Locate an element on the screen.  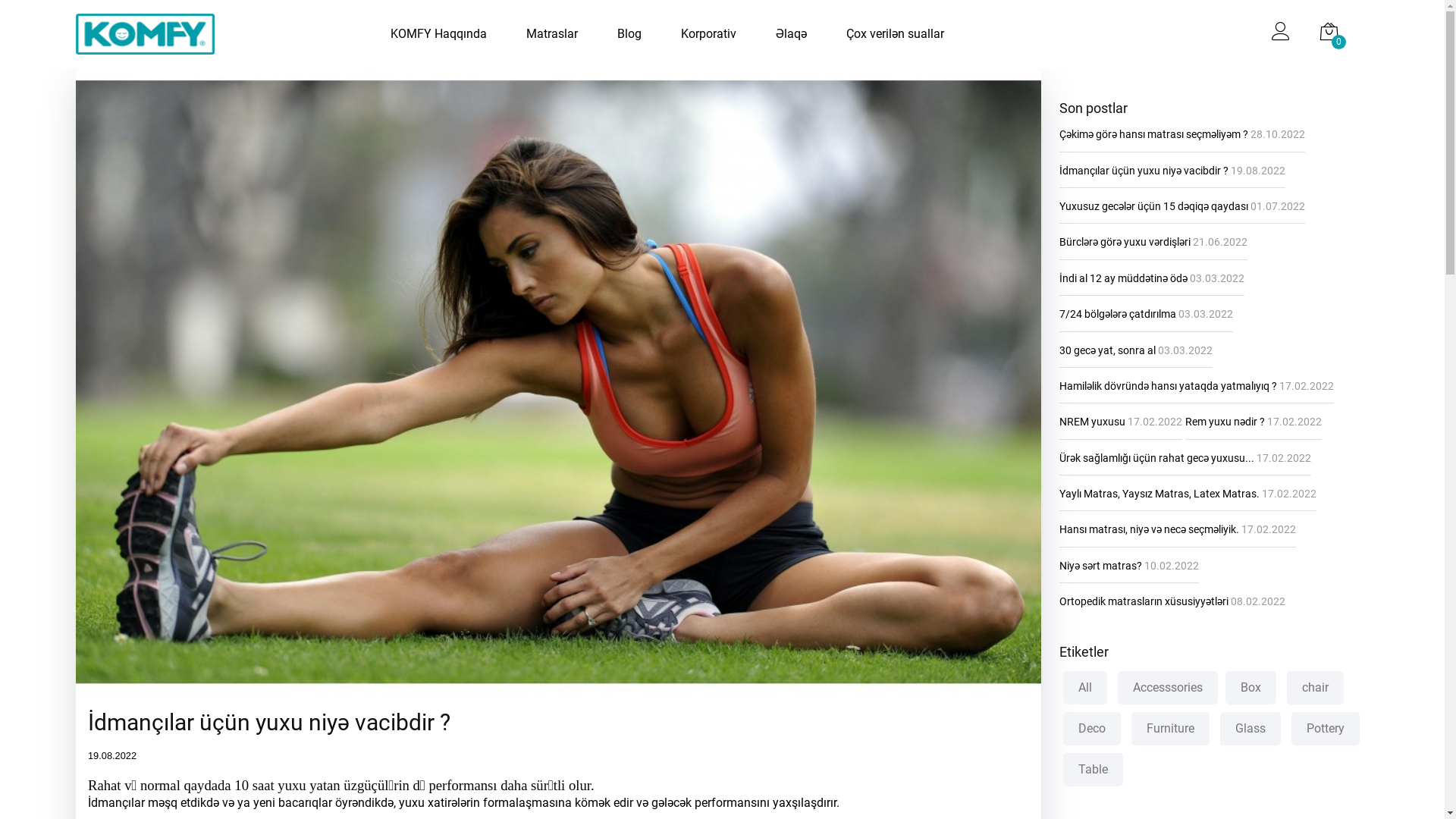
'NREM yuxusu 17.02.2022' is located at coordinates (1121, 421).